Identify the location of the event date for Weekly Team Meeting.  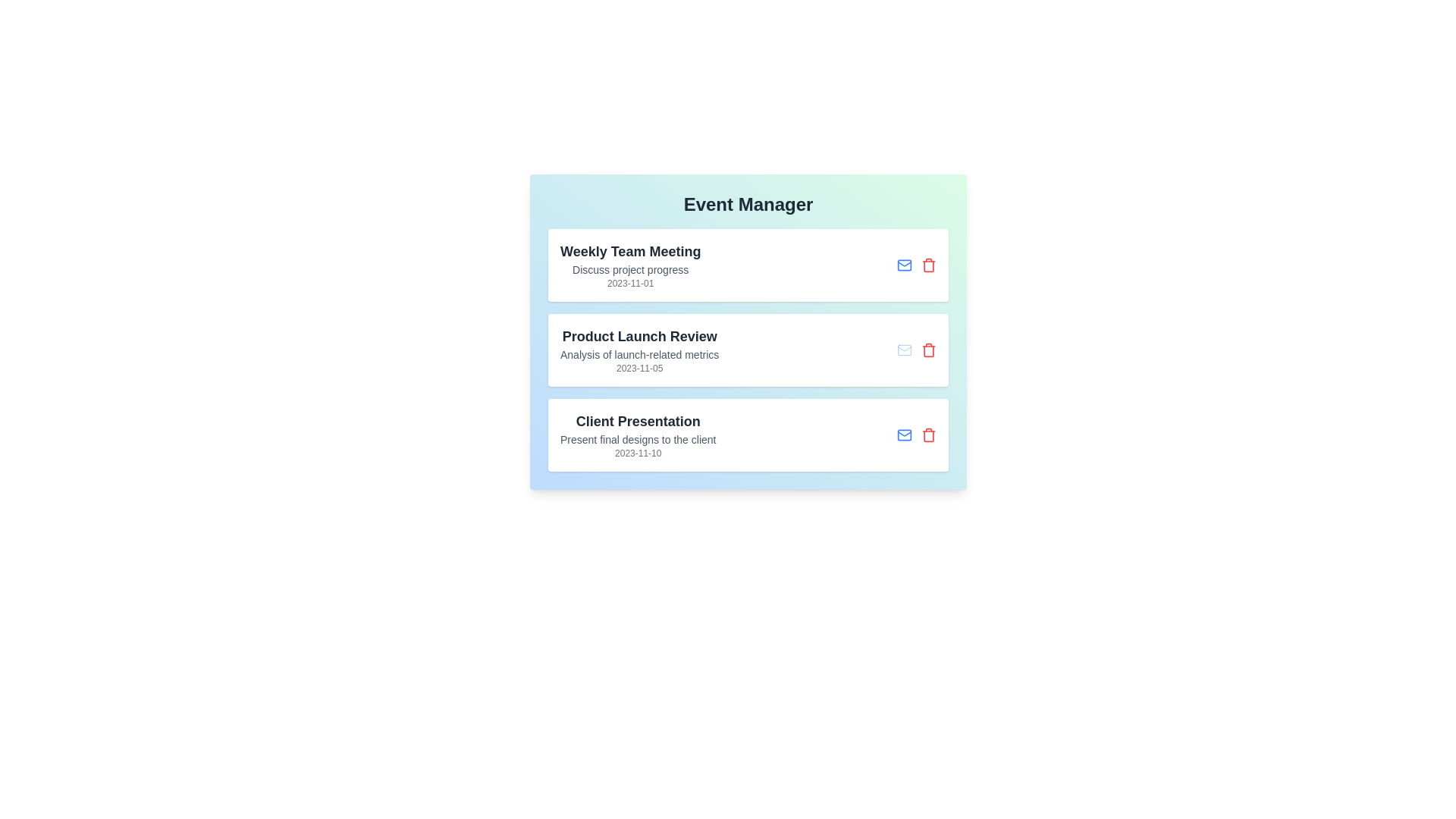
(630, 284).